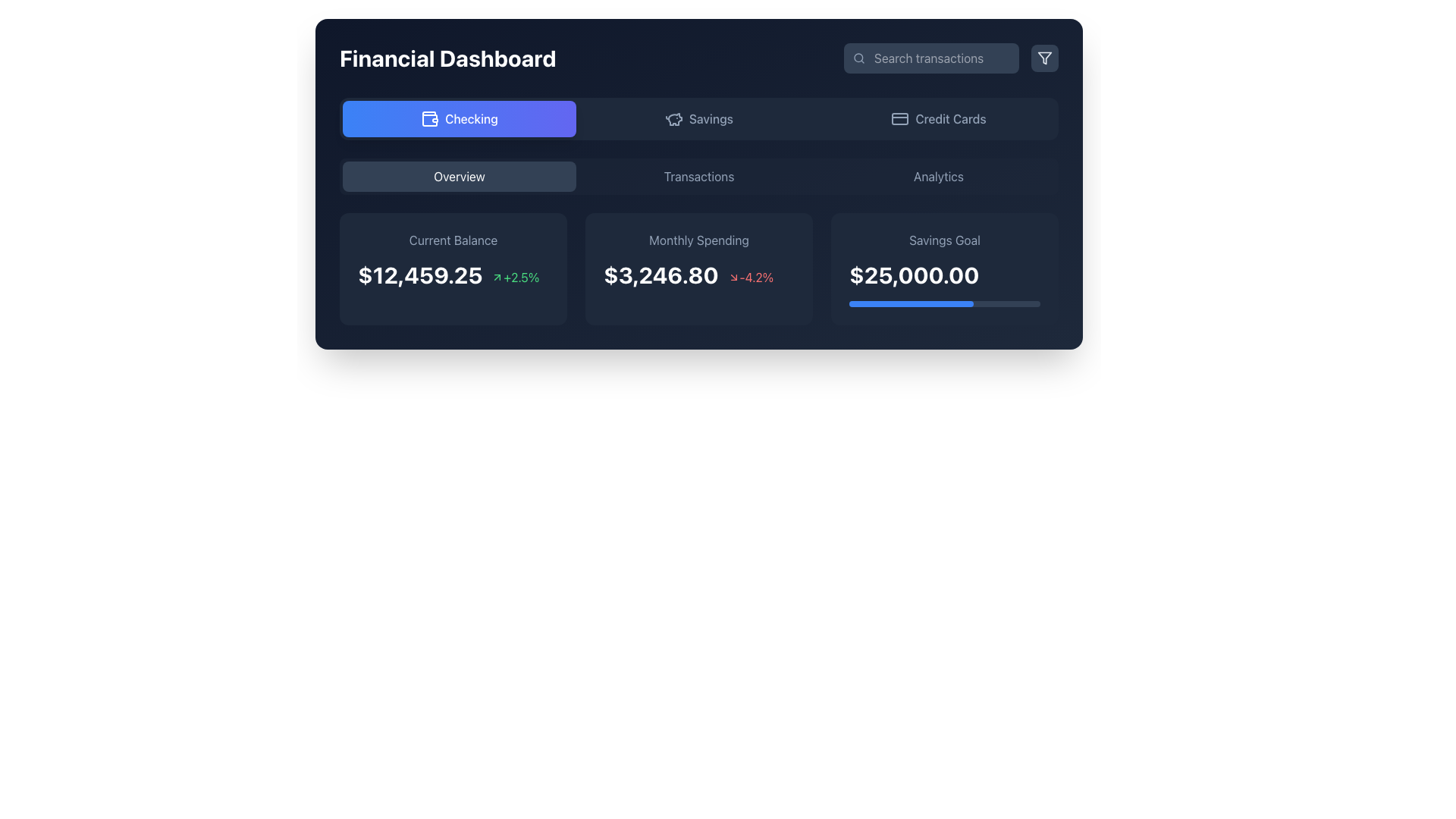 This screenshot has width=1456, height=819. What do you see at coordinates (453, 275) in the screenshot?
I see `the 'Current Balance' card to analyze the percentage change displayed within the composite of text elements and the icon` at bounding box center [453, 275].